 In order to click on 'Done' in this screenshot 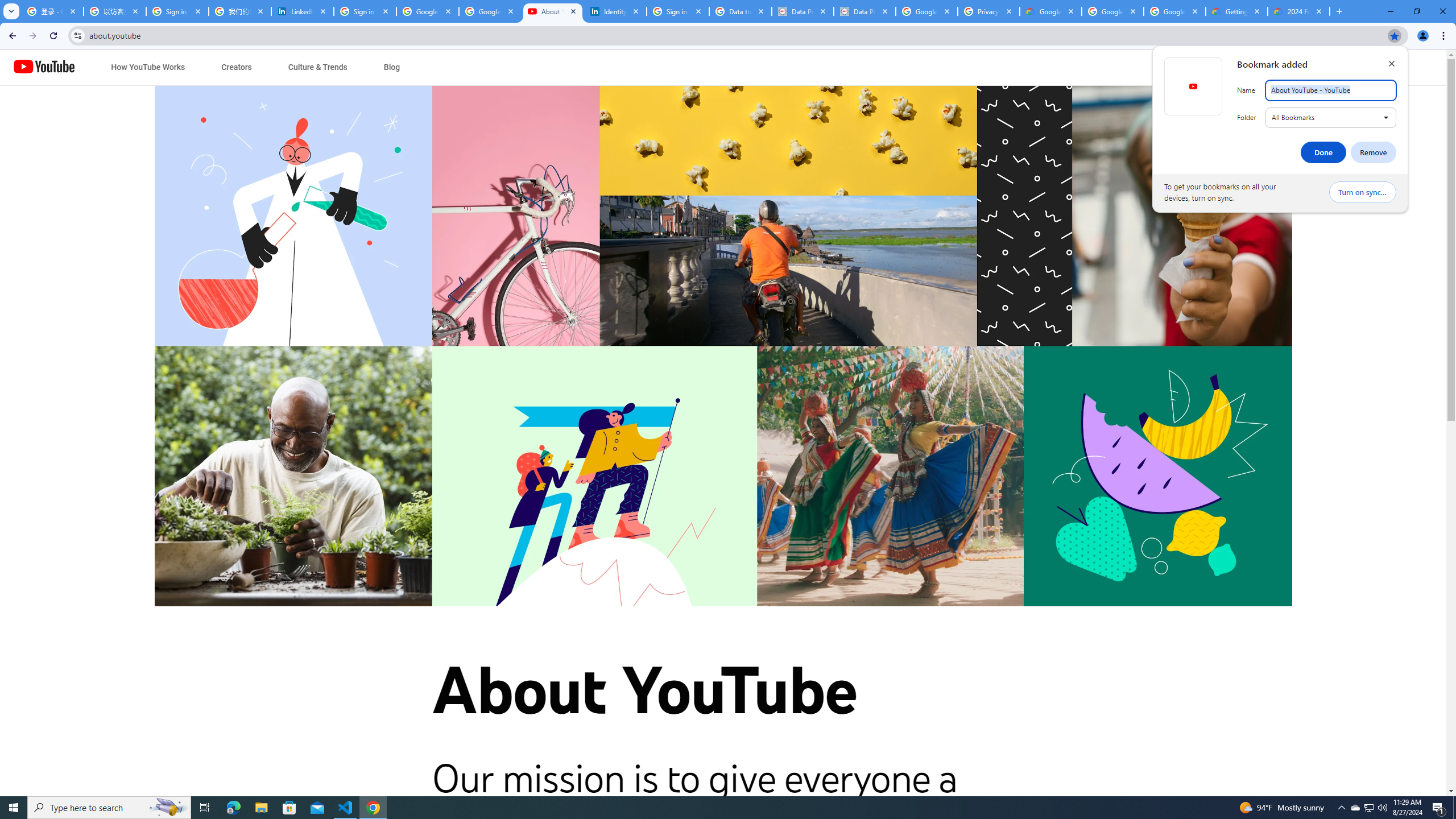, I will do `click(1323, 152)`.